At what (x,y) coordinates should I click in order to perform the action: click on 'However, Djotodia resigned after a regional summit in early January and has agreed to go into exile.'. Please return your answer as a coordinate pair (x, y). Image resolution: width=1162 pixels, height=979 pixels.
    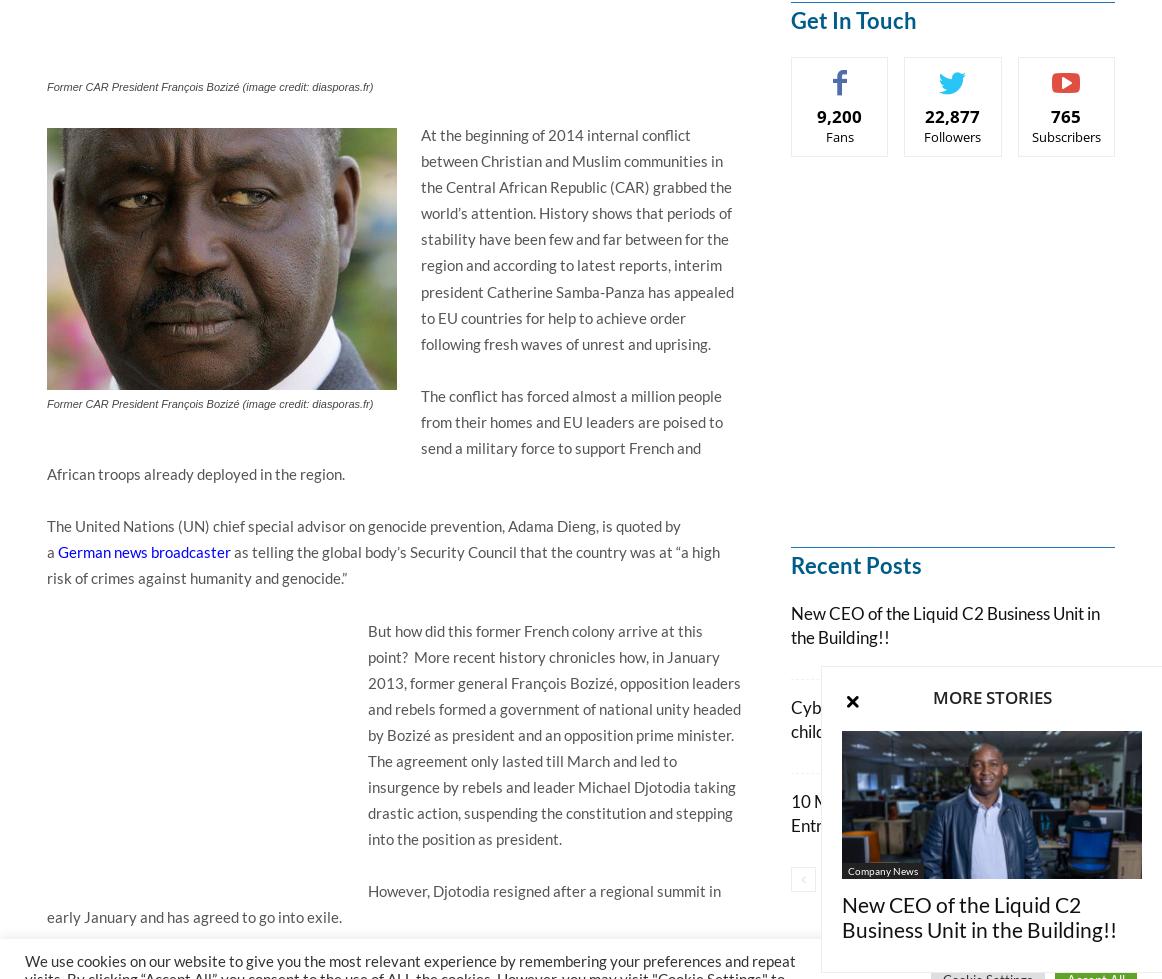
    Looking at the image, I should click on (45, 903).